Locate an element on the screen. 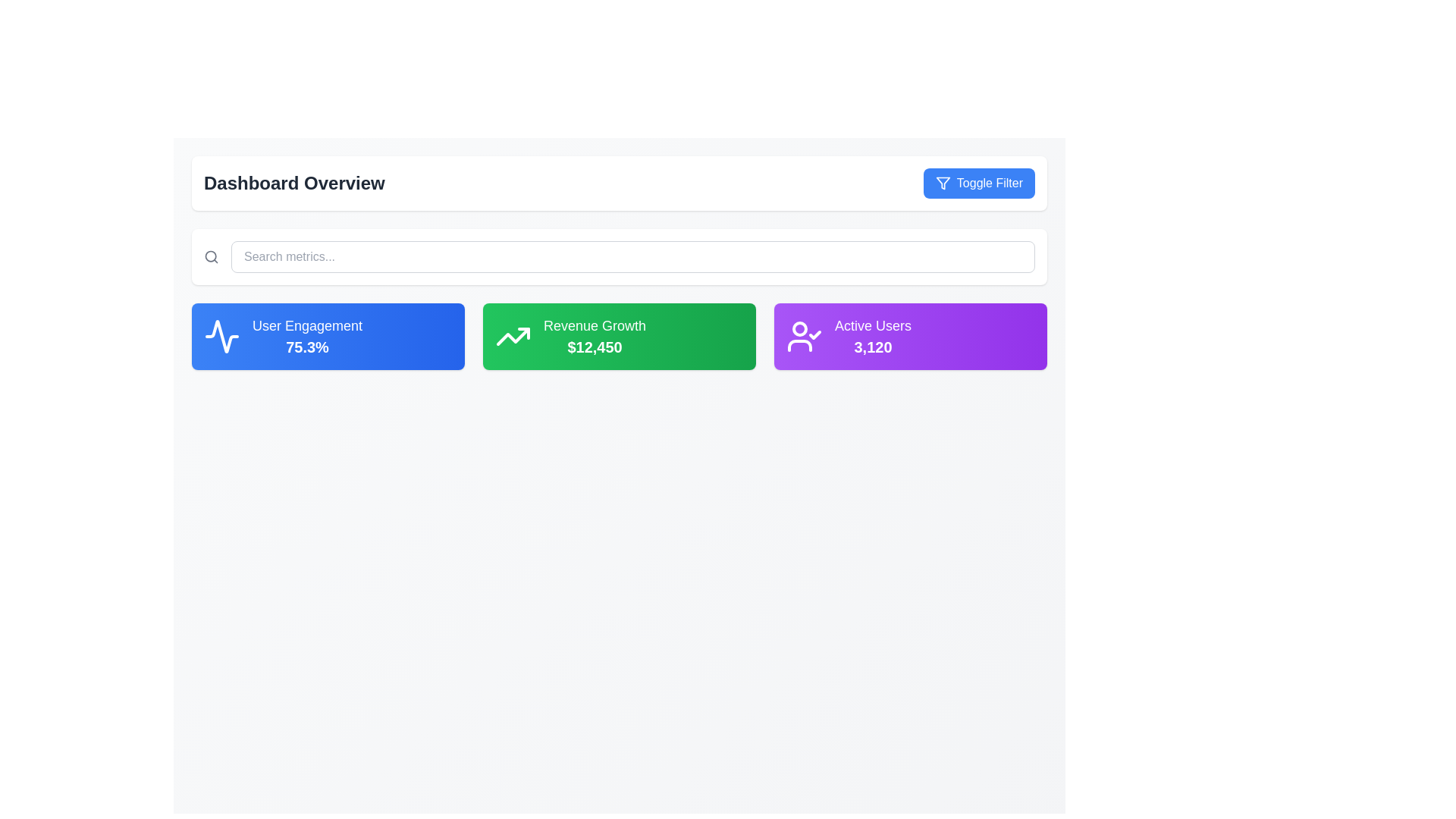 This screenshot has width=1456, height=819. the search icon located on the far-left side of the search bar to trigger tooltip or visual changes is located at coordinates (210, 256).